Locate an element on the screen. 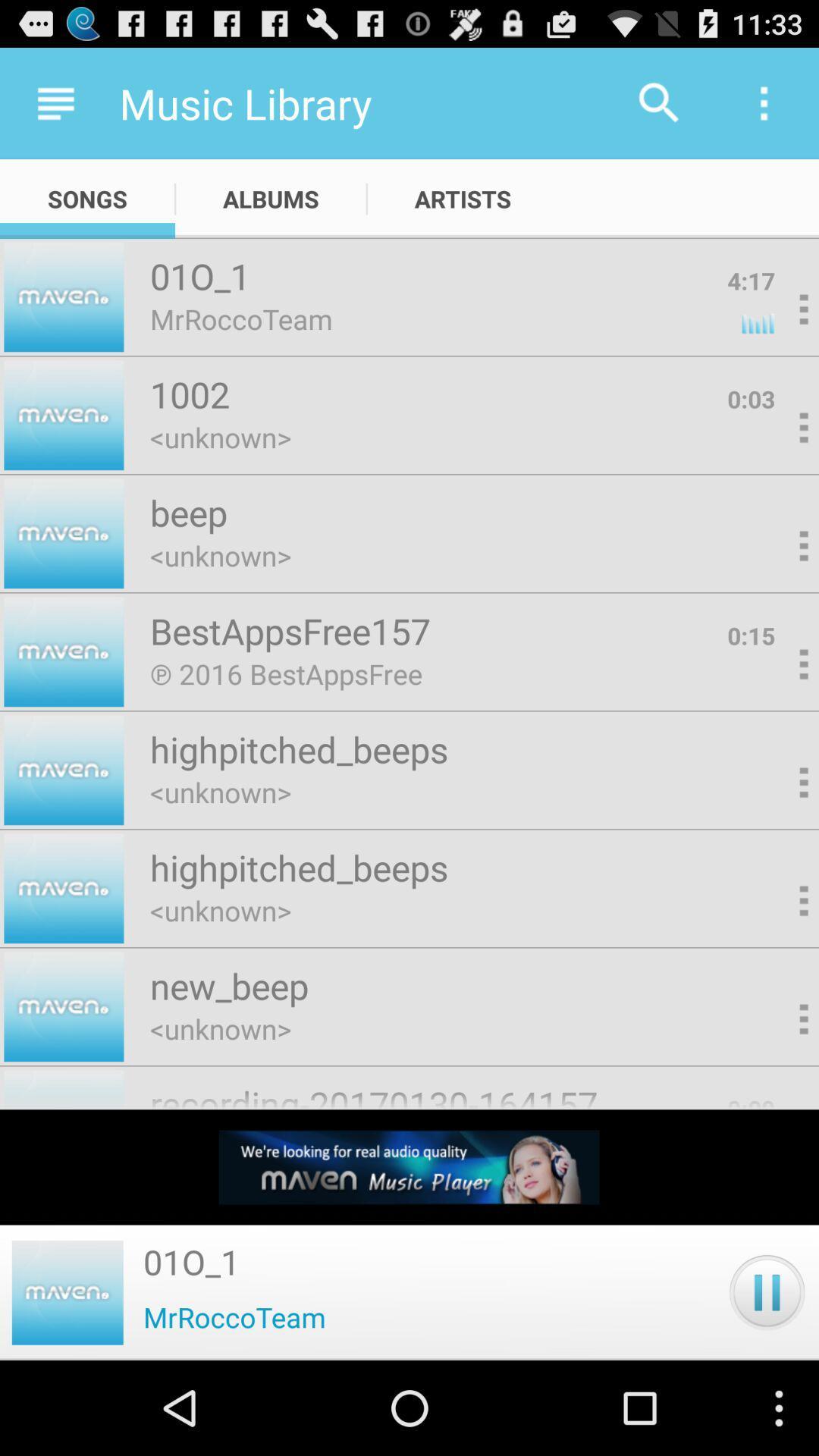  the more icon is located at coordinates (779, 964).